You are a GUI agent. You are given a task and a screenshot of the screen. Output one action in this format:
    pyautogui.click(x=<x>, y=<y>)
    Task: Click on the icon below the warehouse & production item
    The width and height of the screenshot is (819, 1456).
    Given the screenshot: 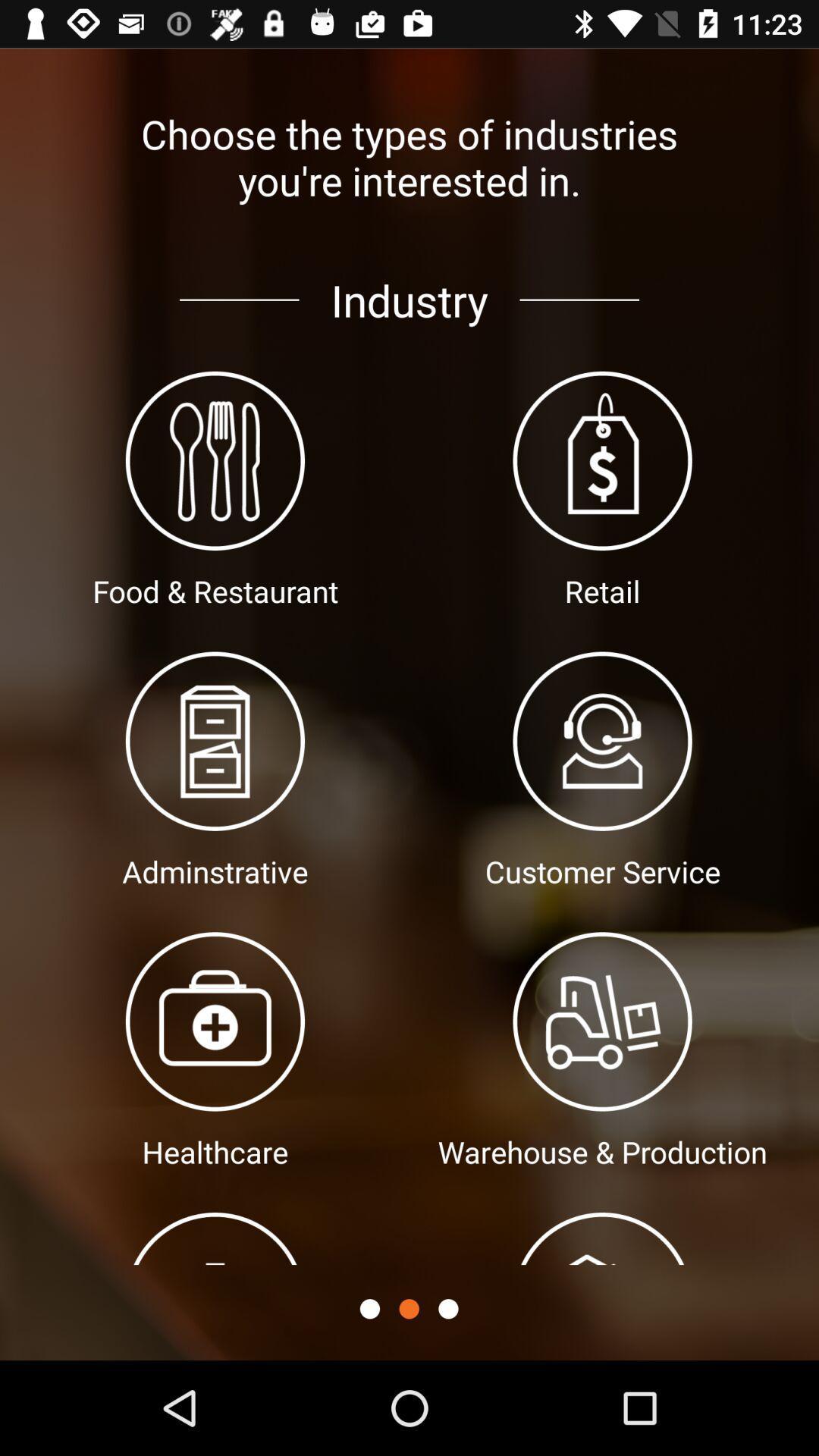 What is the action you would take?
    pyautogui.click(x=447, y=1308)
    